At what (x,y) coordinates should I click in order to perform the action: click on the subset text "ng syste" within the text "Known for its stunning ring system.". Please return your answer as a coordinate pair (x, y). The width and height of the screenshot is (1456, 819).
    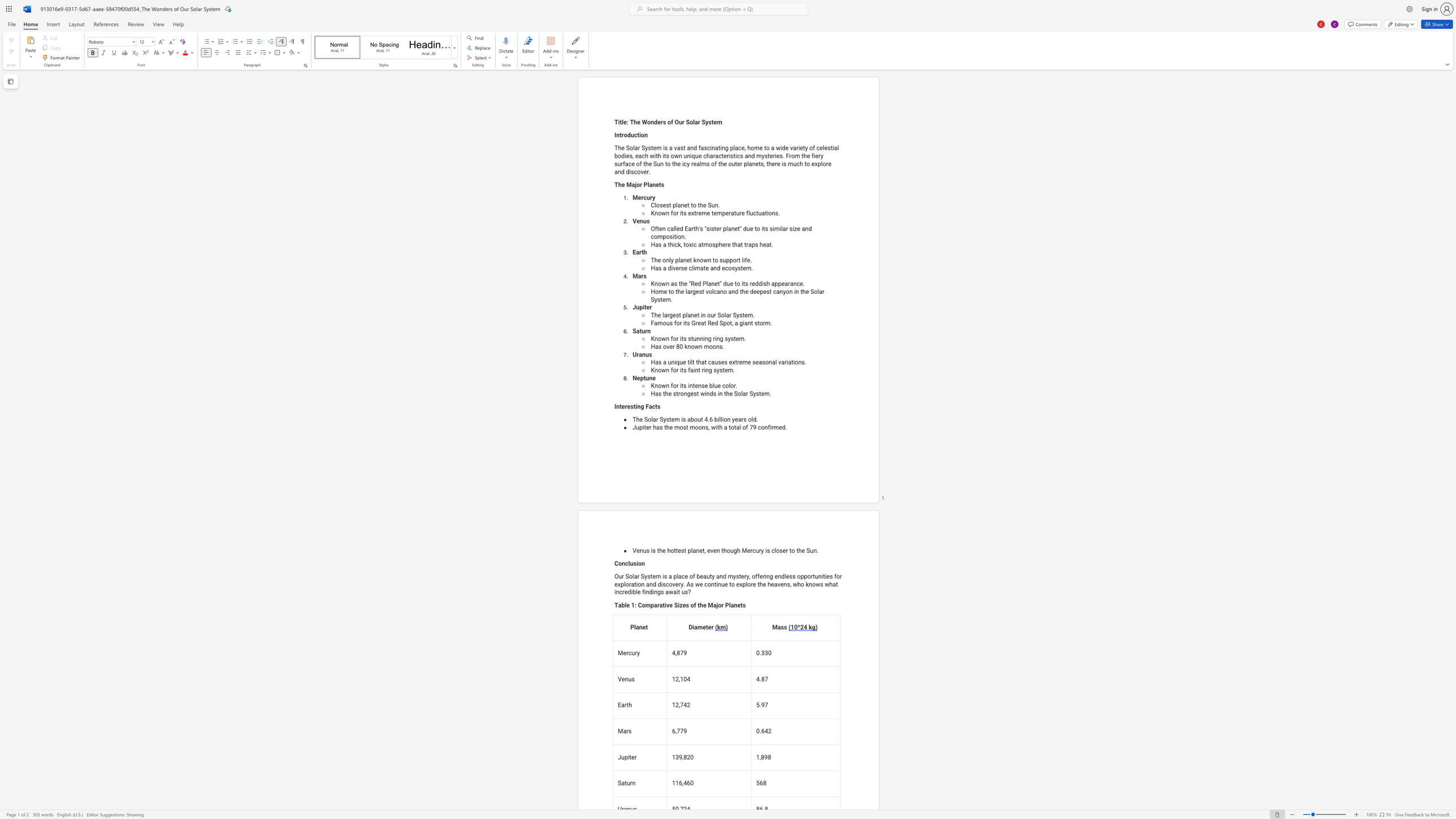
    Looking at the image, I should click on (716, 338).